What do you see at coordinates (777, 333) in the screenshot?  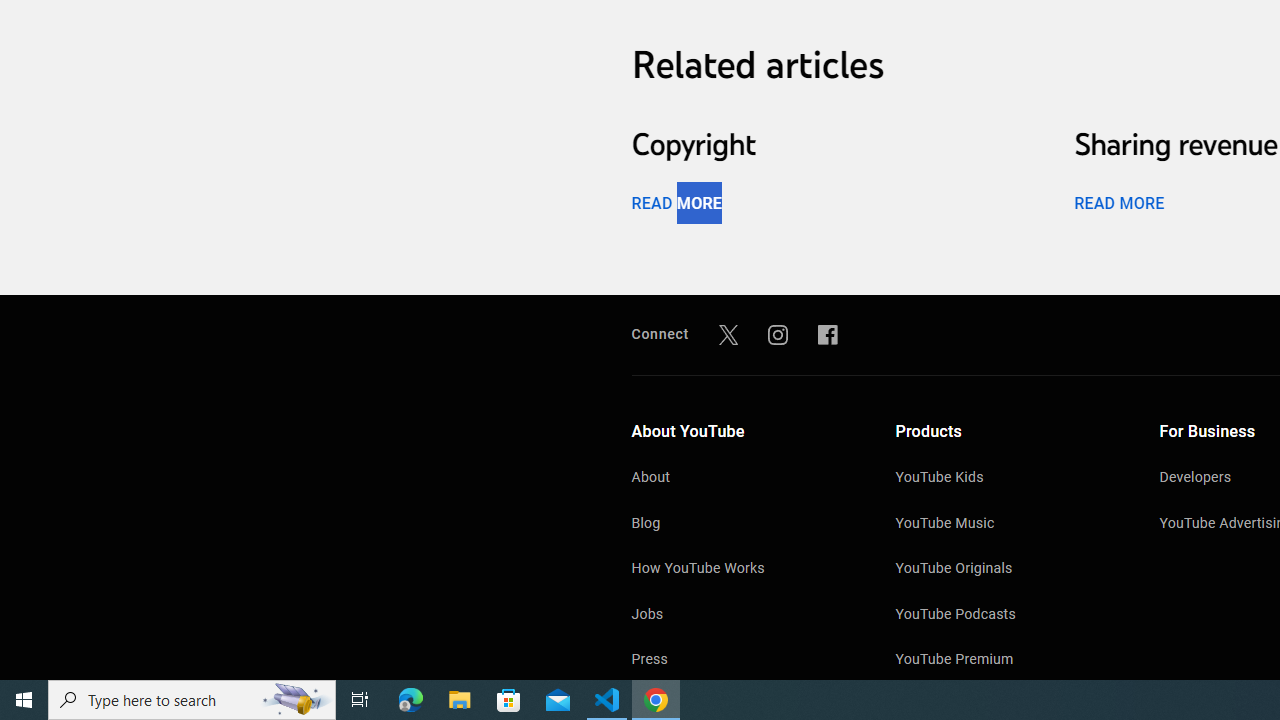 I see `'Instagram'` at bounding box center [777, 333].